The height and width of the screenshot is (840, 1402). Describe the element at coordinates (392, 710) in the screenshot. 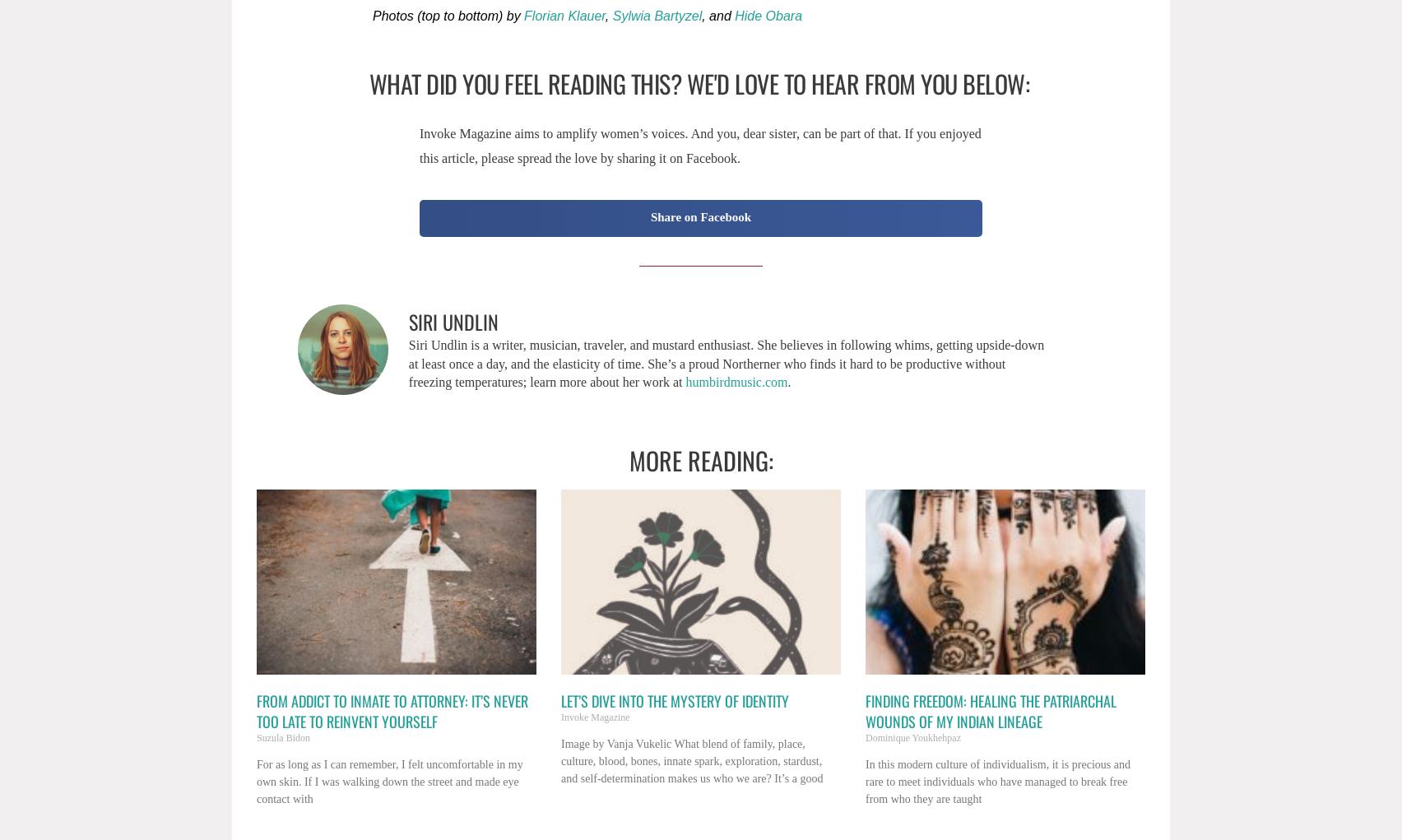

I see `'From Addict to Inmate to Attorney: It’s Never too Late to Reinvent Yourself'` at that location.